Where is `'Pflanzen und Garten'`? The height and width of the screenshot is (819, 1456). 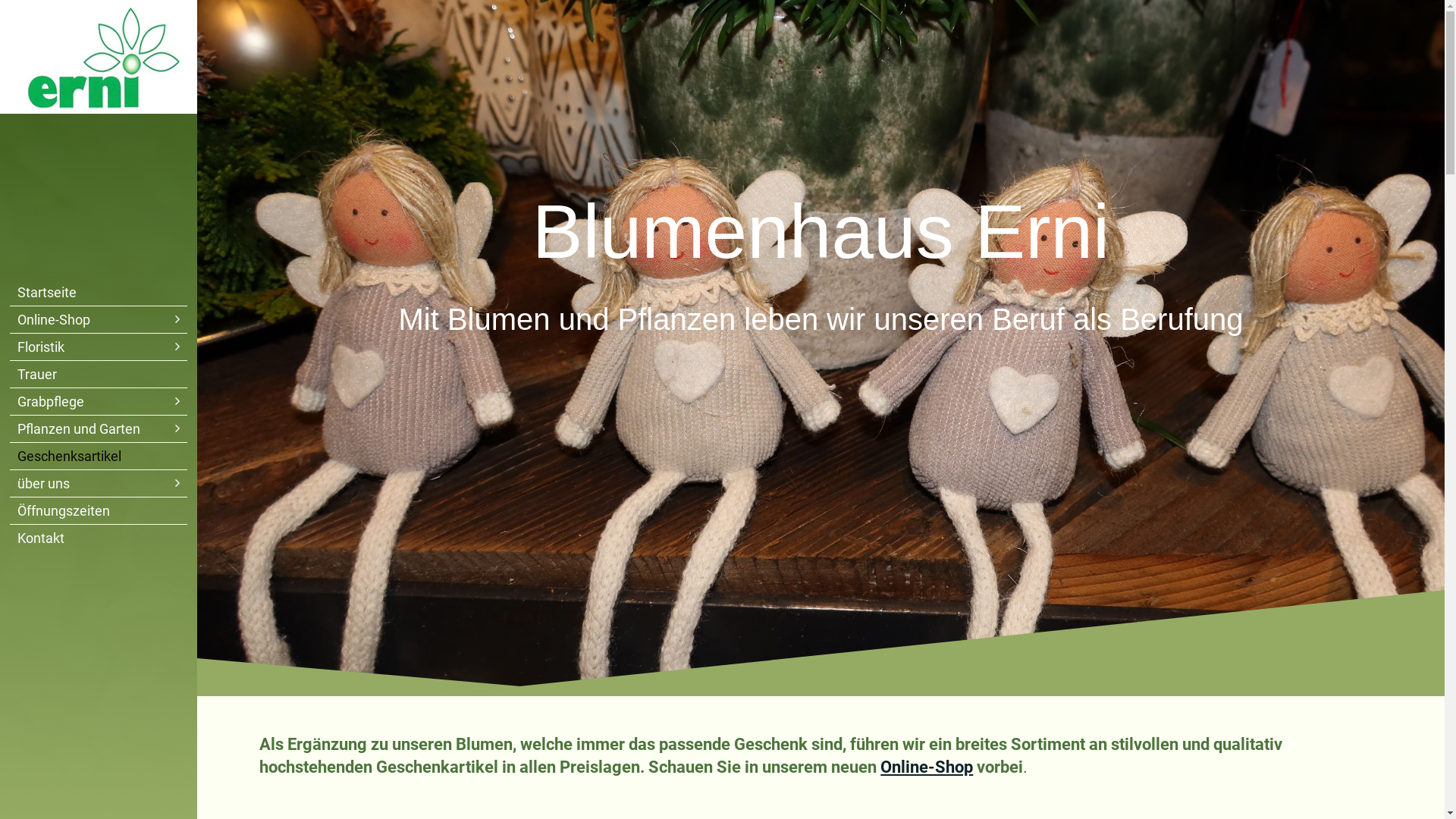 'Pflanzen und Garten' is located at coordinates (97, 428).